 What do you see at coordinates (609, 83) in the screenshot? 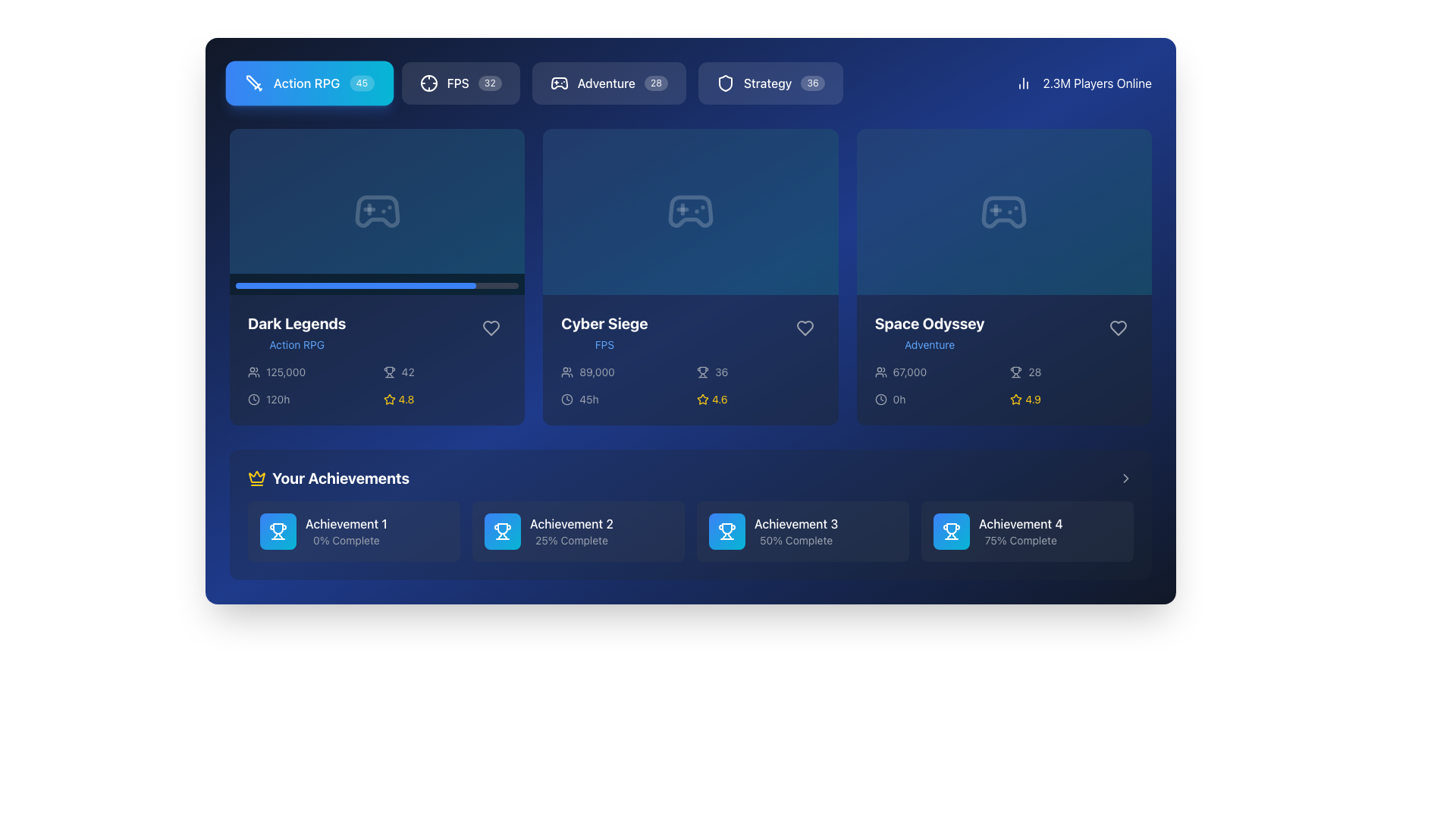
I see `the 'Adventure' games filter button, which is the third button from the left` at bounding box center [609, 83].